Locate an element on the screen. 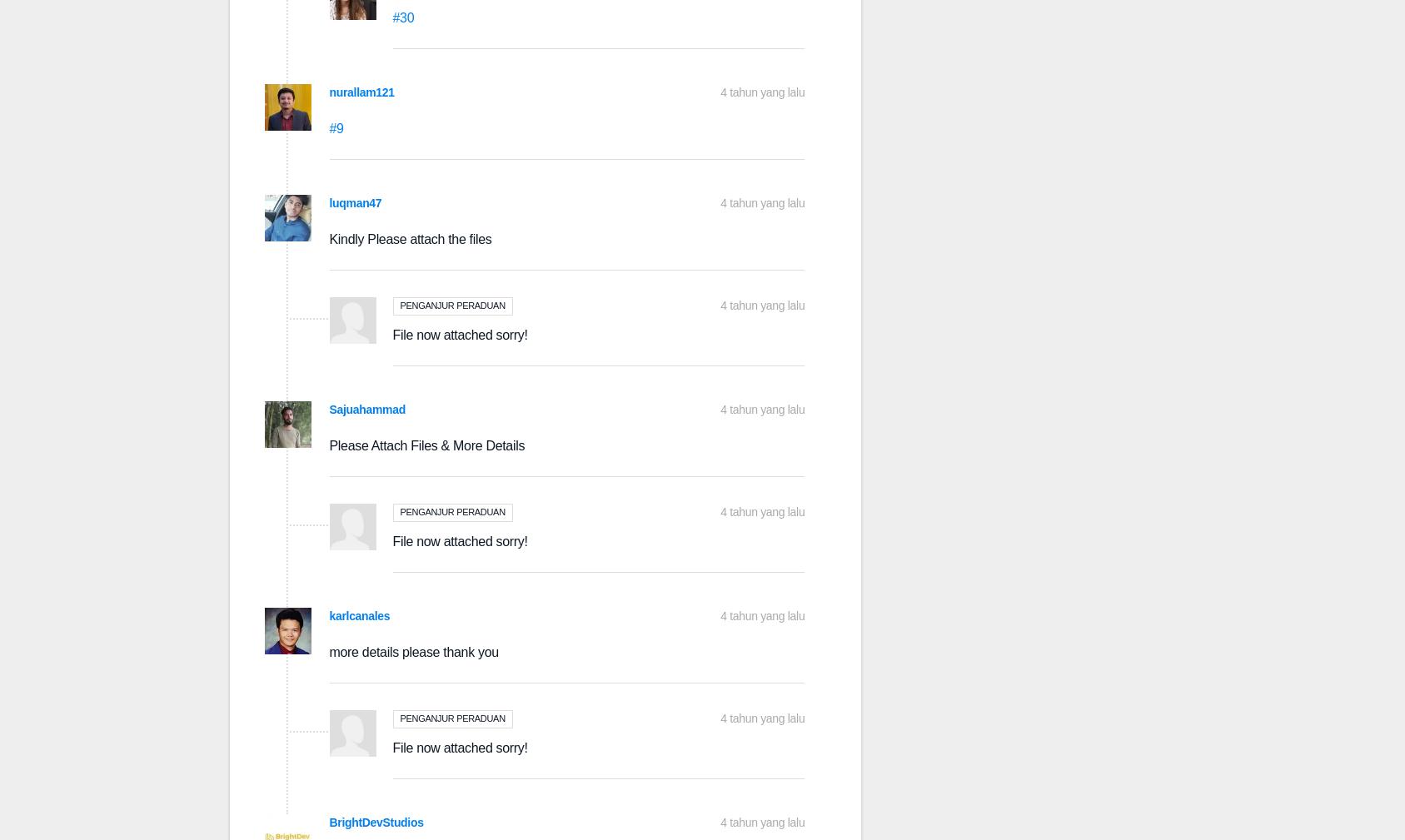 This screenshot has height=840, width=1405. '#30' is located at coordinates (402, 17).